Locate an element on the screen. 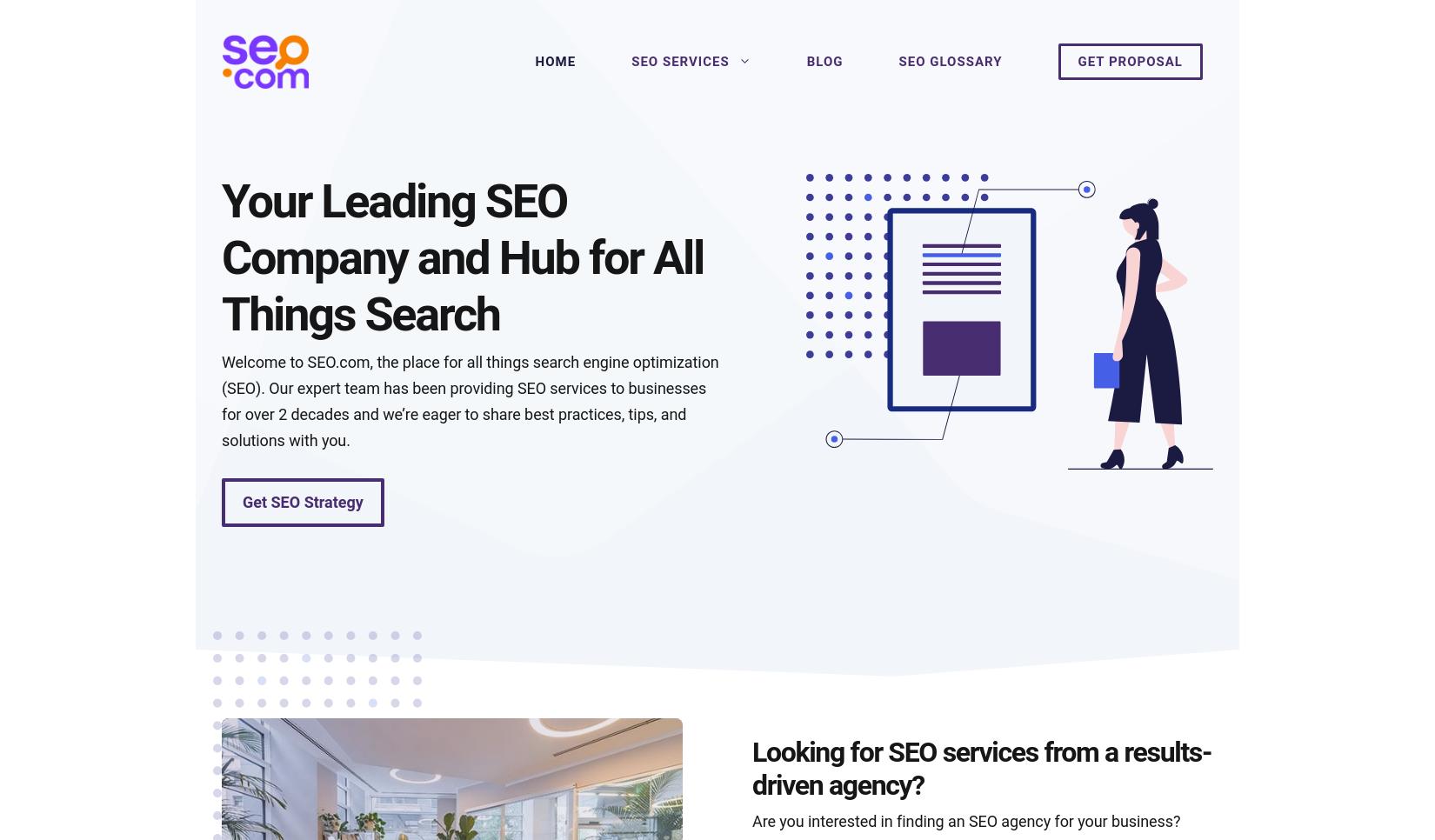 The image size is (1435, 840). 'What is an SEO agency?' is located at coordinates (336, 658).